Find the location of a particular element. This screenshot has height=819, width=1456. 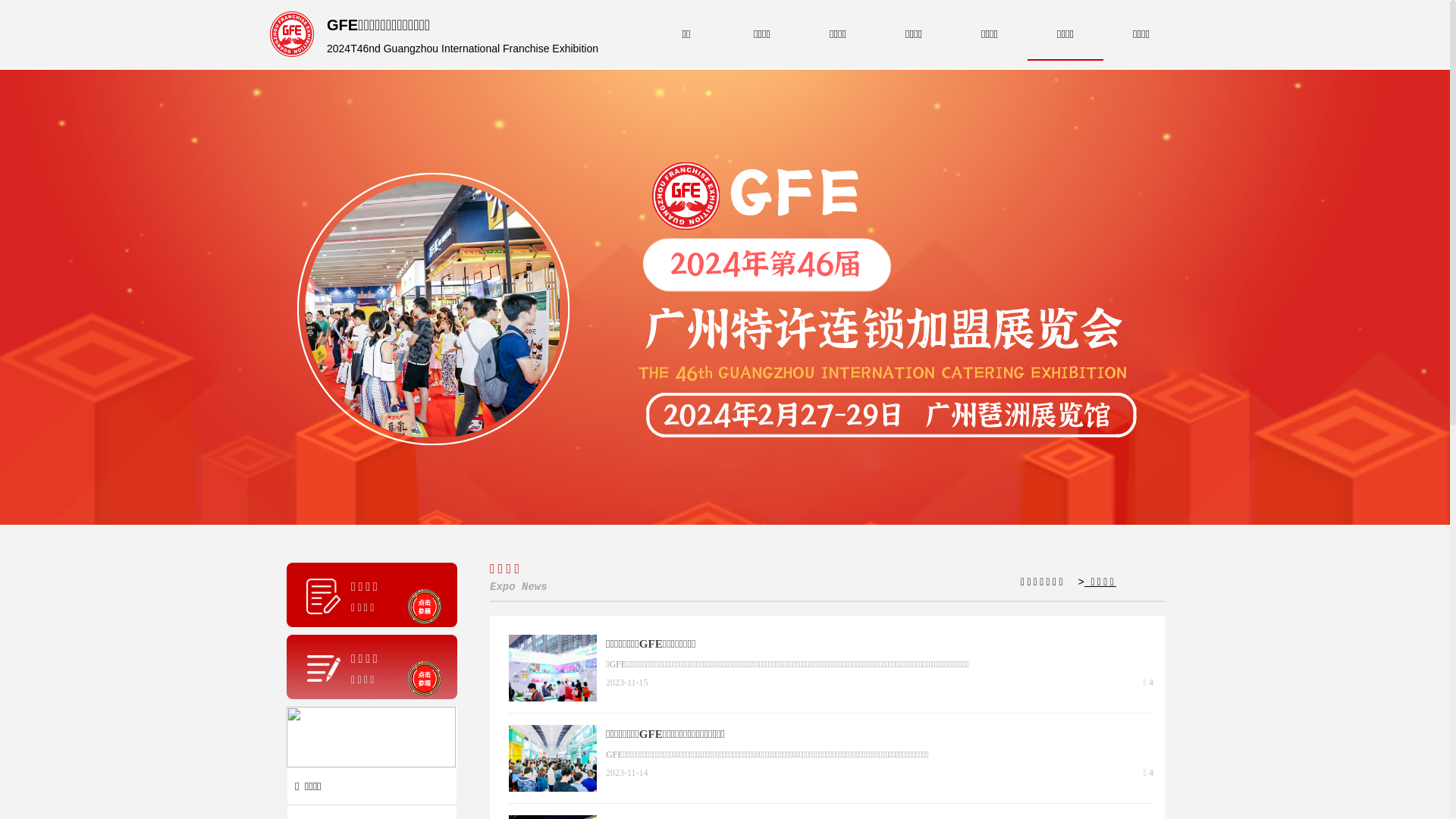

'2024T46nd Guangzhou International Franchise Exhibition' is located at coordinates (461, 49).